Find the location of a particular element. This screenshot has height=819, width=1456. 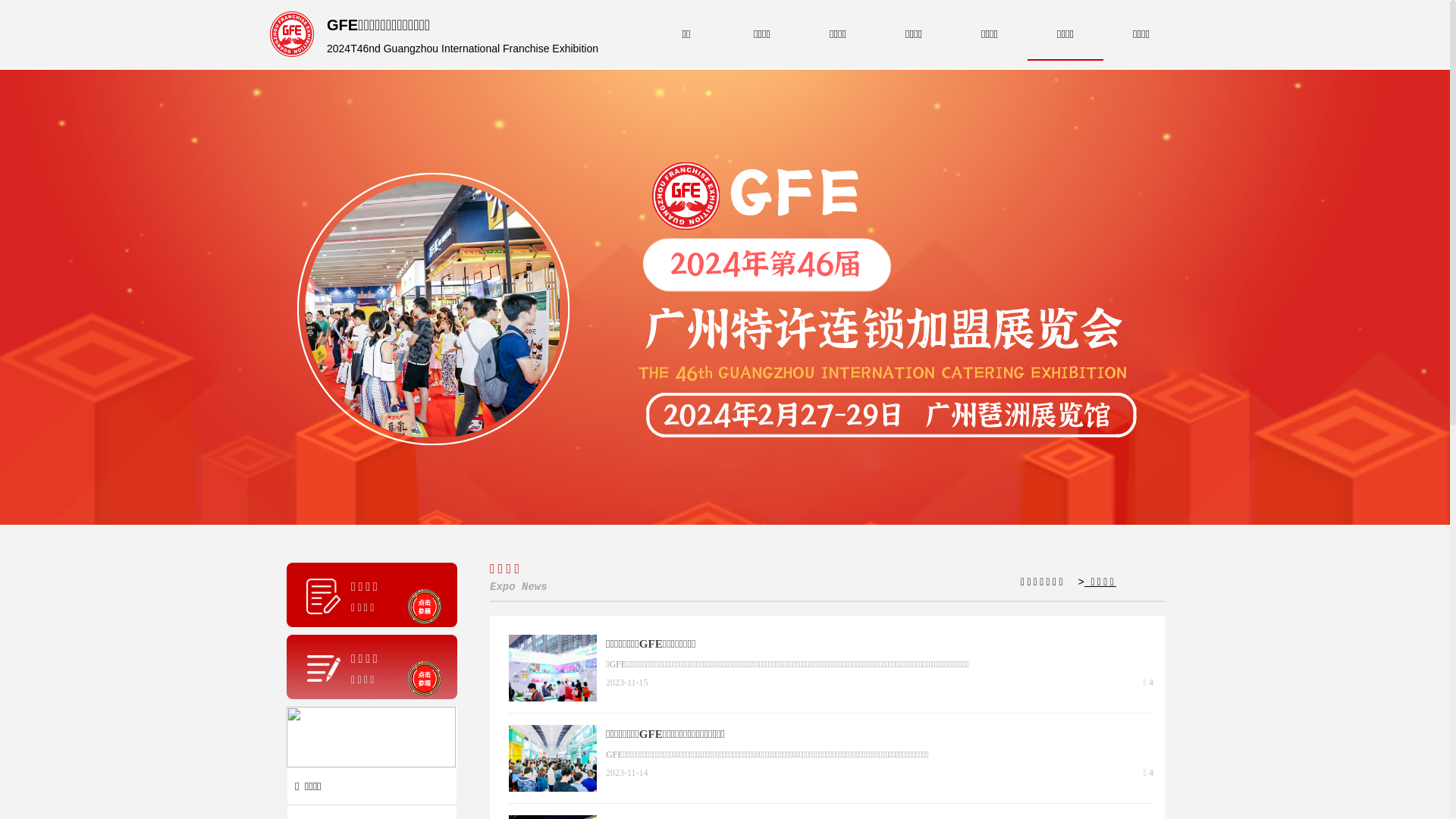

'2024T46nd Guangzhou International Franchise Exhibition' is located at coordinates (461, 49).